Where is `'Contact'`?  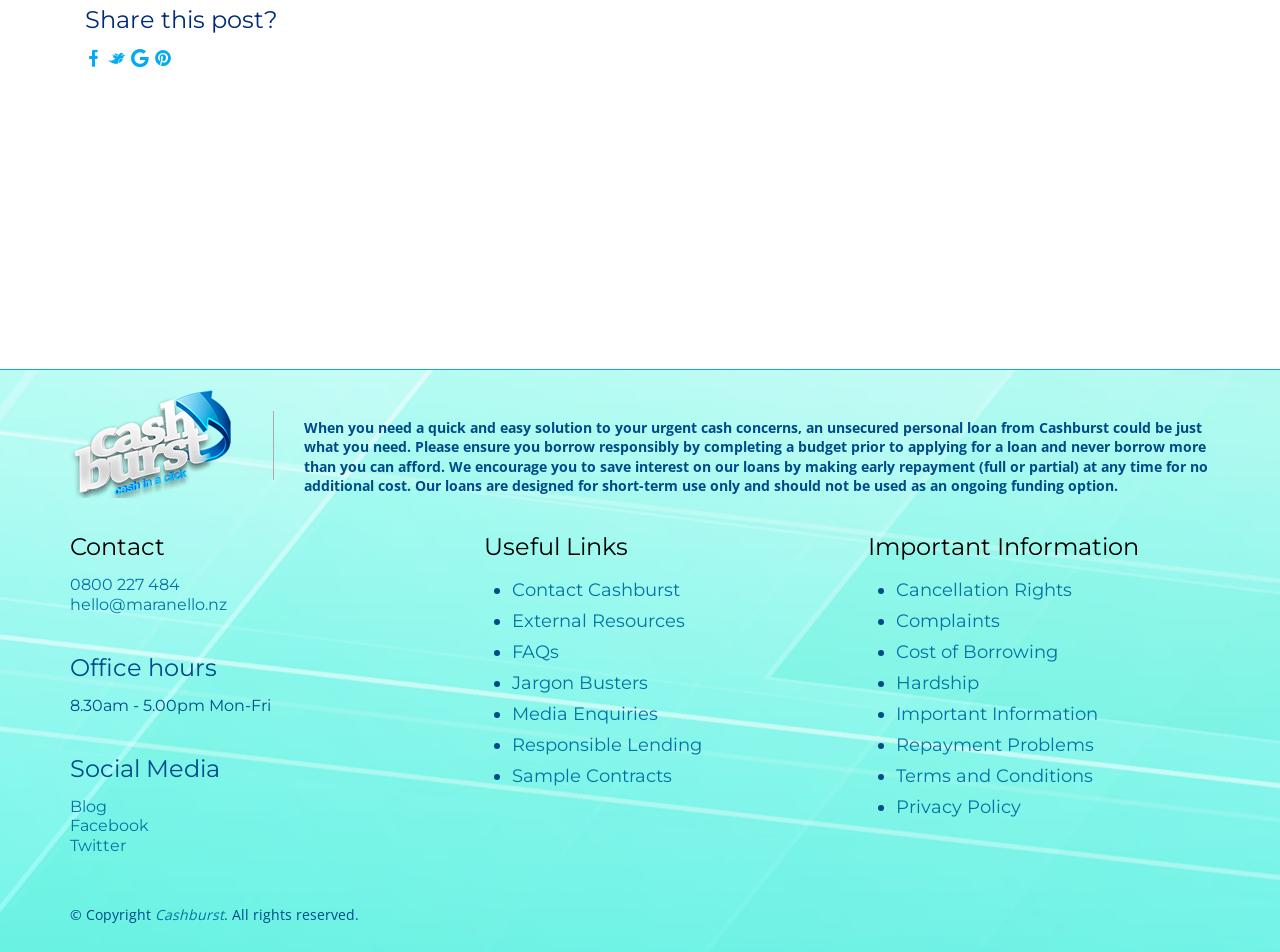 'Contact' is located at coordinates (116, 546).